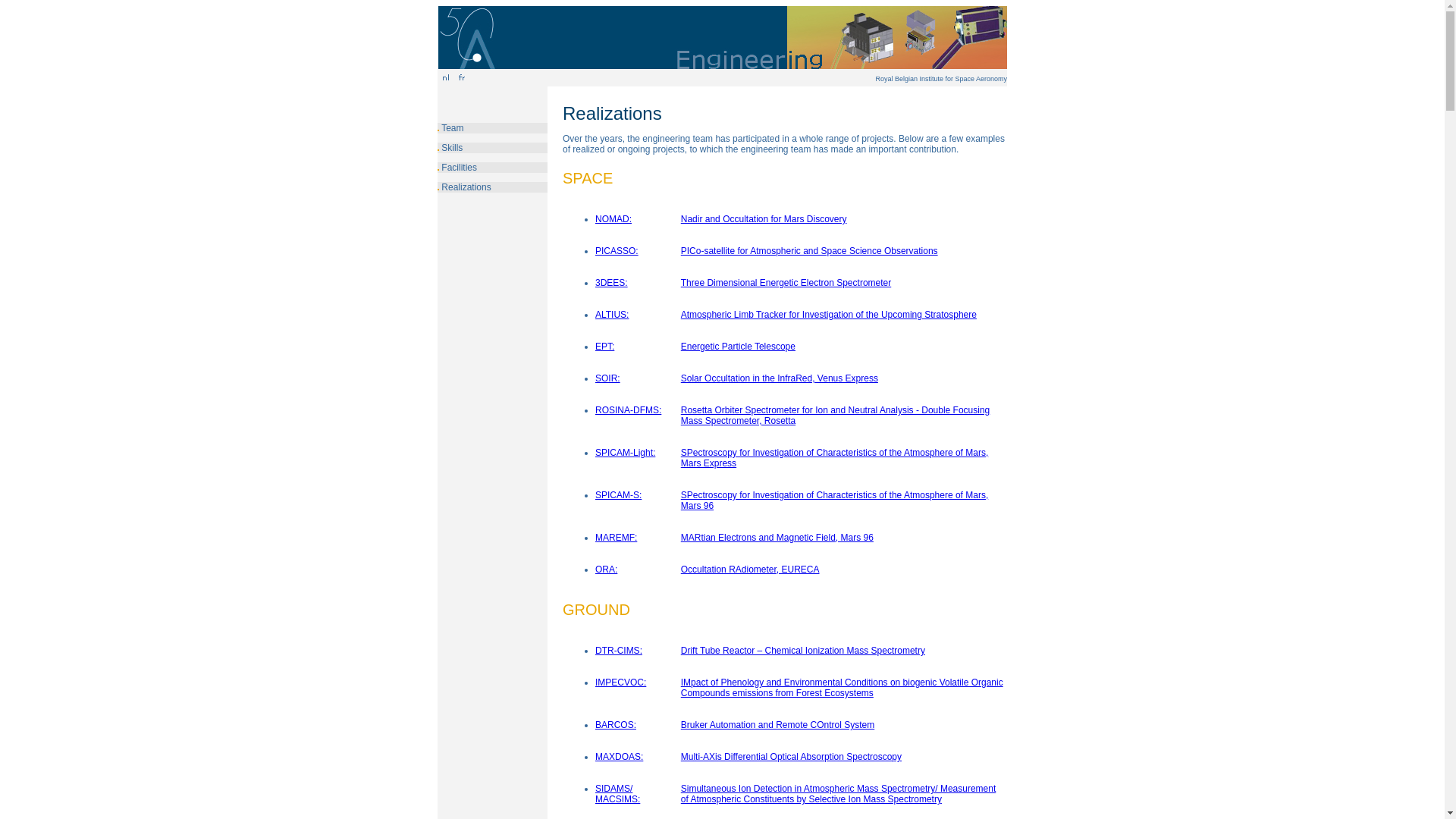 This screenshot has height=819, width=1456. I want to click on 'Energetic Particle Telescope', so click(738, 346).